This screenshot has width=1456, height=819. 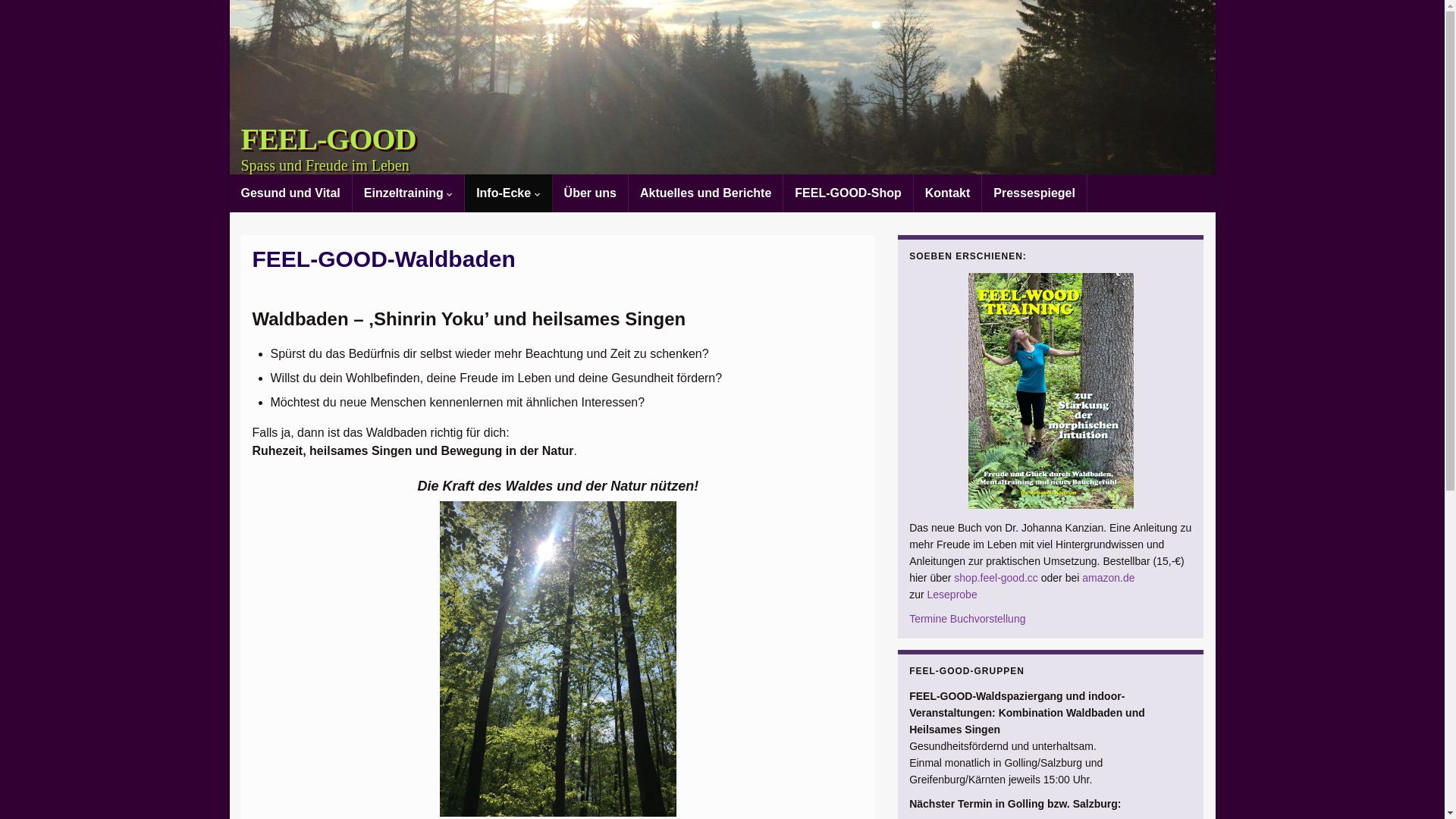 I want to click on 'FEEL-GOOD', so click(x=328, y=139).